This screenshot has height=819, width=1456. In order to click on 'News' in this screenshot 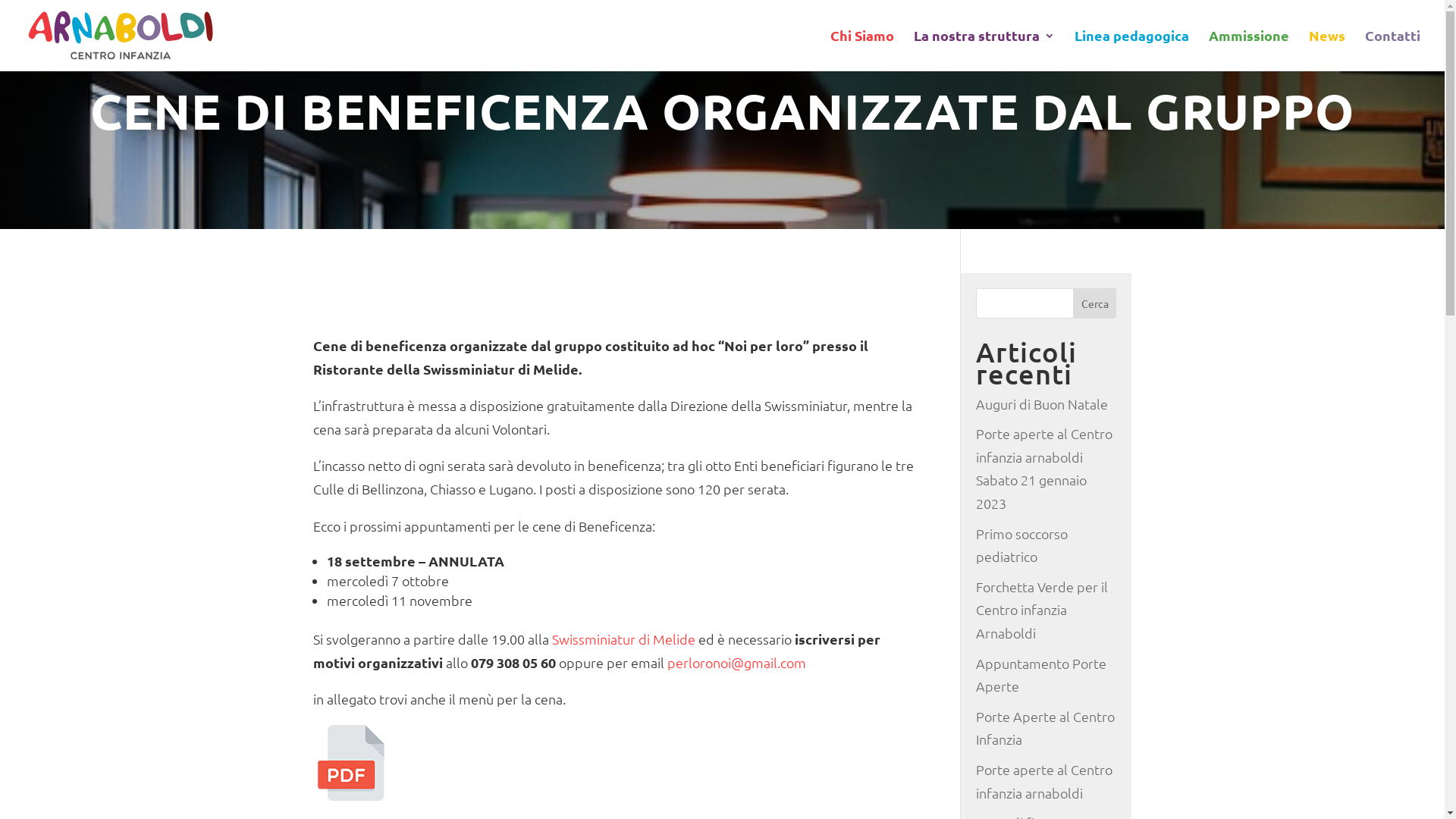, I will do `click(1326, 49)`.